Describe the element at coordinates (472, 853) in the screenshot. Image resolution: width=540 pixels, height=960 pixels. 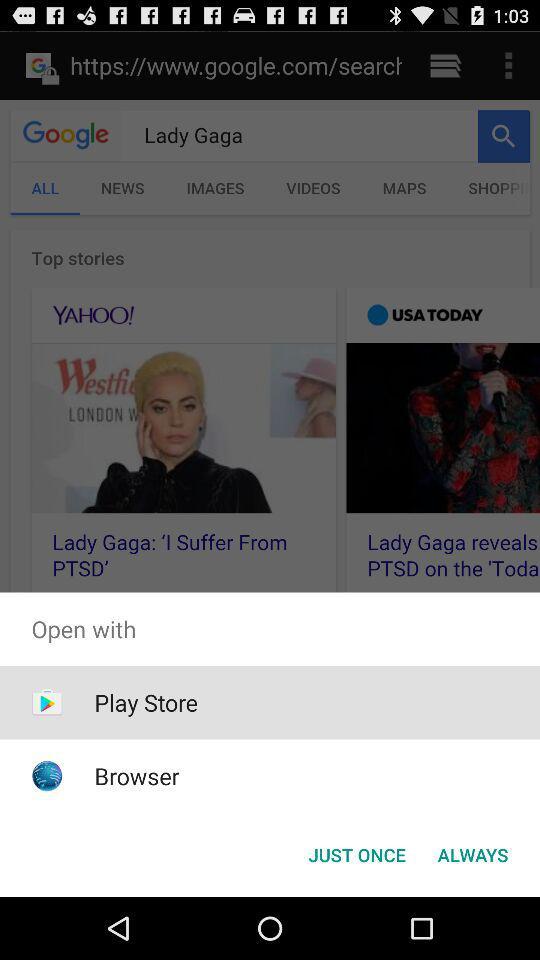
I see `always item` at that location.